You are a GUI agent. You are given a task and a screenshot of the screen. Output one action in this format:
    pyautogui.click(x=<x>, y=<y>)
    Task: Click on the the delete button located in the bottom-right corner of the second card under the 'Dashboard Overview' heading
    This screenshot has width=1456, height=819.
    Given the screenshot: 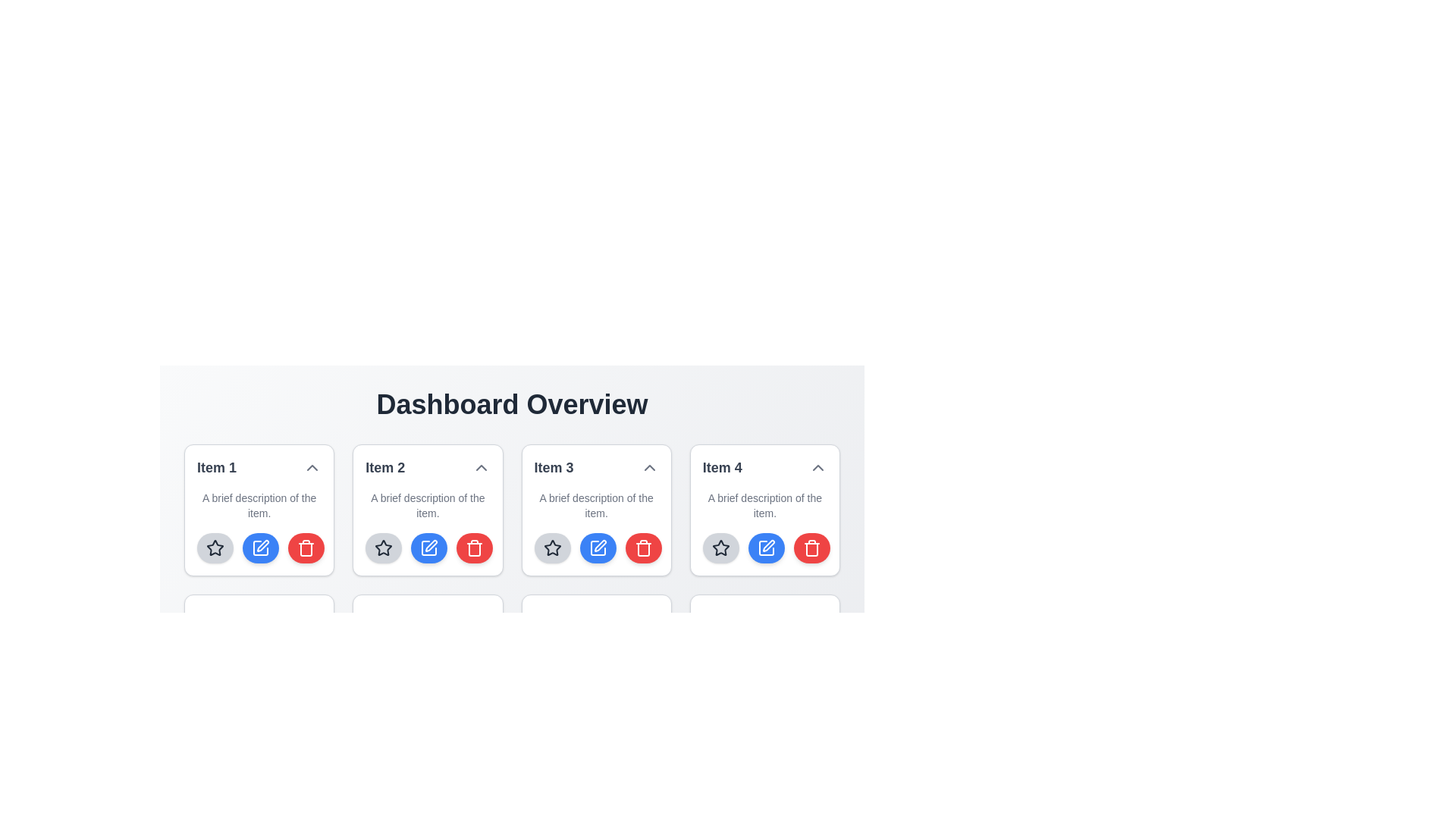 What is the action you would take?
    pyautogui.click(x=474, y=548)
    